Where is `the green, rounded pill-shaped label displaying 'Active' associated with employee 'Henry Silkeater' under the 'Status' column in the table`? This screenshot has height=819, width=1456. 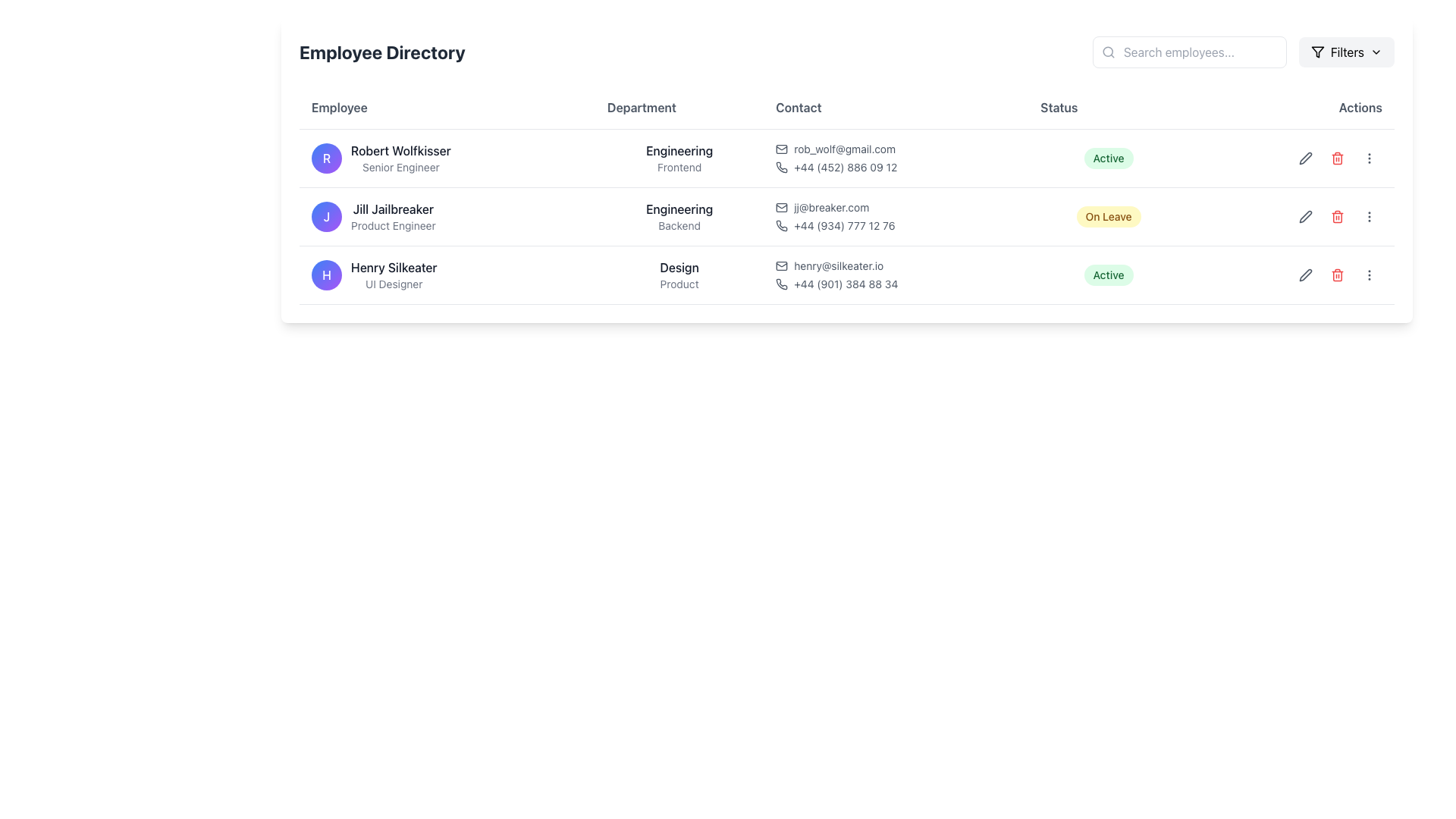
the green, rounded pill-shaped label displaying 'Active' associated with employee 'Henry Silkeater' under the 'Status' column in the table is located at coordinates (1109, 275).